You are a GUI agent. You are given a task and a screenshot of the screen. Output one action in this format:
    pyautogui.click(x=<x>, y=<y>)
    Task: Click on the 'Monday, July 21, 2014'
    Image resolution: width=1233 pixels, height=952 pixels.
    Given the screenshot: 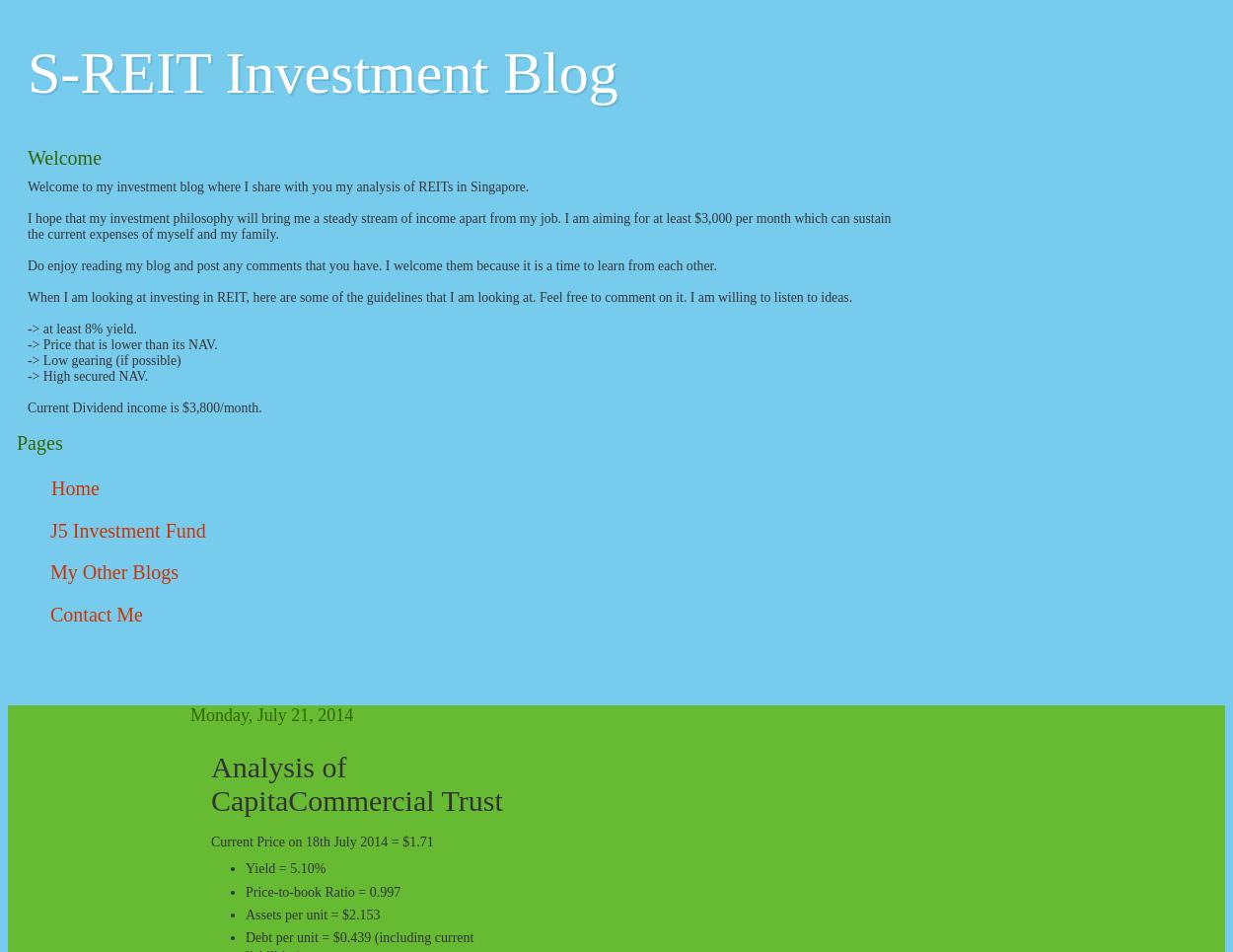 What is the action you would take?
    pyautogui.click(x=189, y=714)
    